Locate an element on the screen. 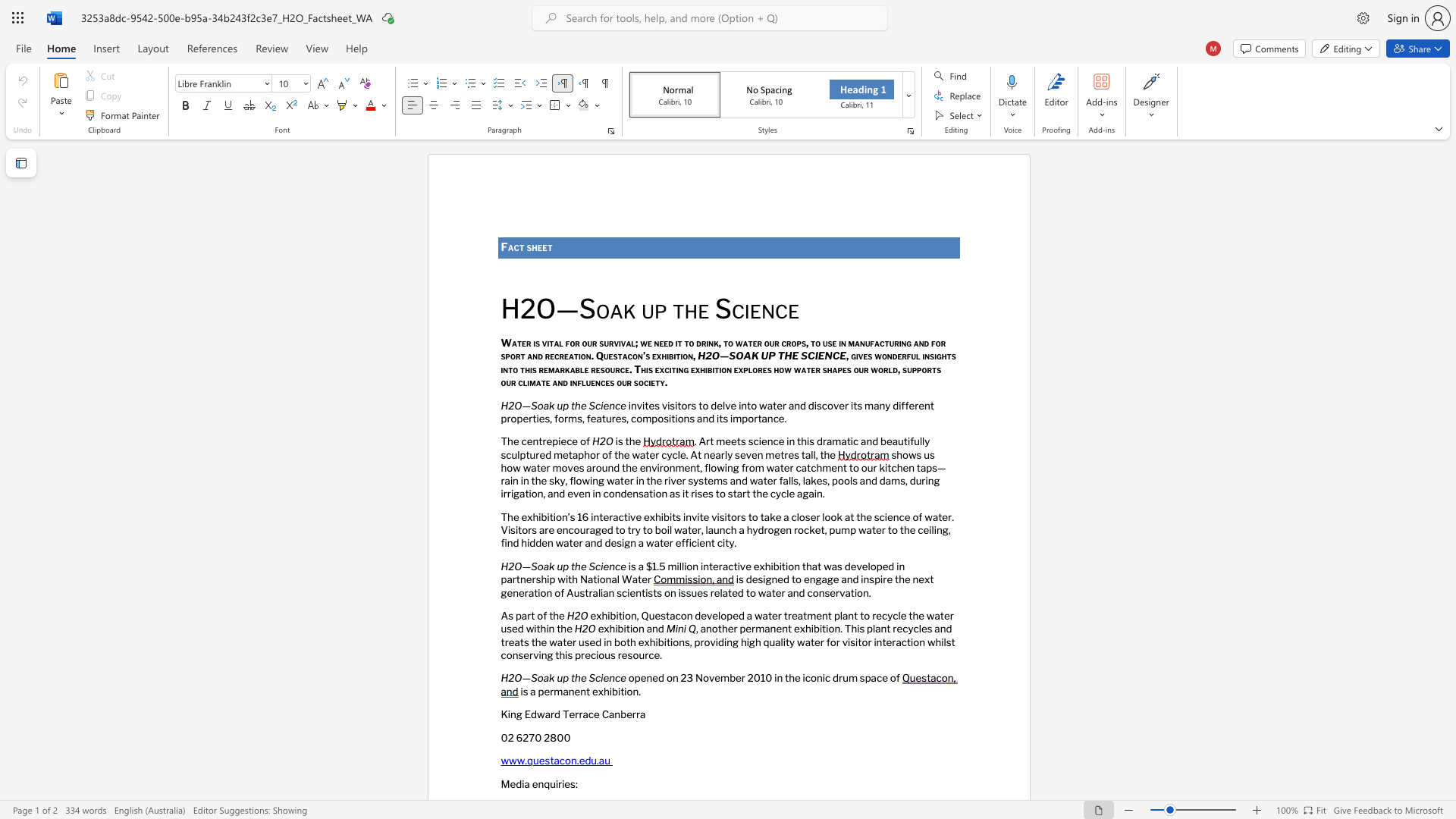 The width and height of the screenshot is (1456, 819). the space between the continuous character "o" and "v" in the text is located at coordinates (708, 677).